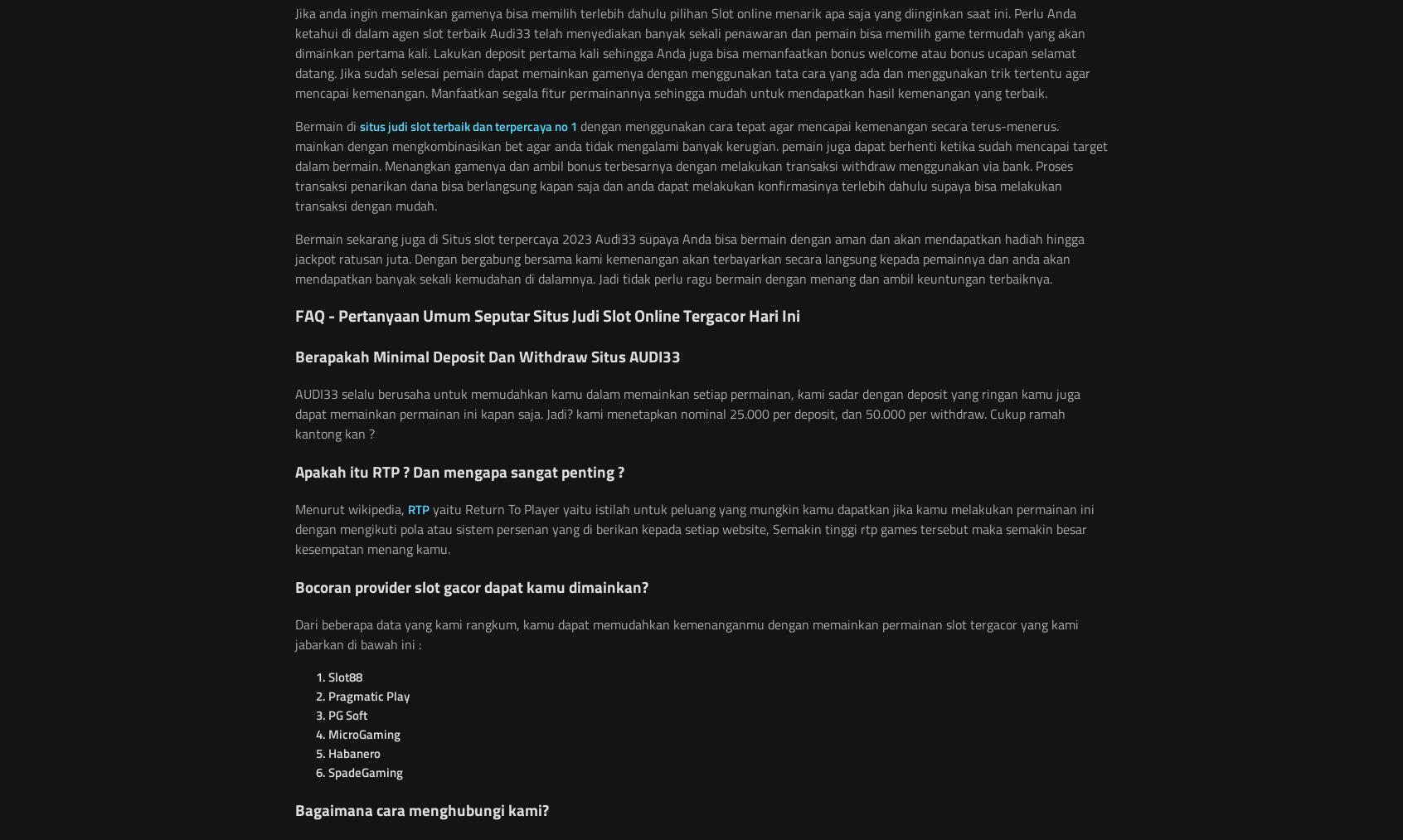 Image resolution: width=1403 pixels, height=840 pixels. Describe the element at coordinates (351, 507) in the screenshot. I see `'Menurut wikipedia,'` at that location.